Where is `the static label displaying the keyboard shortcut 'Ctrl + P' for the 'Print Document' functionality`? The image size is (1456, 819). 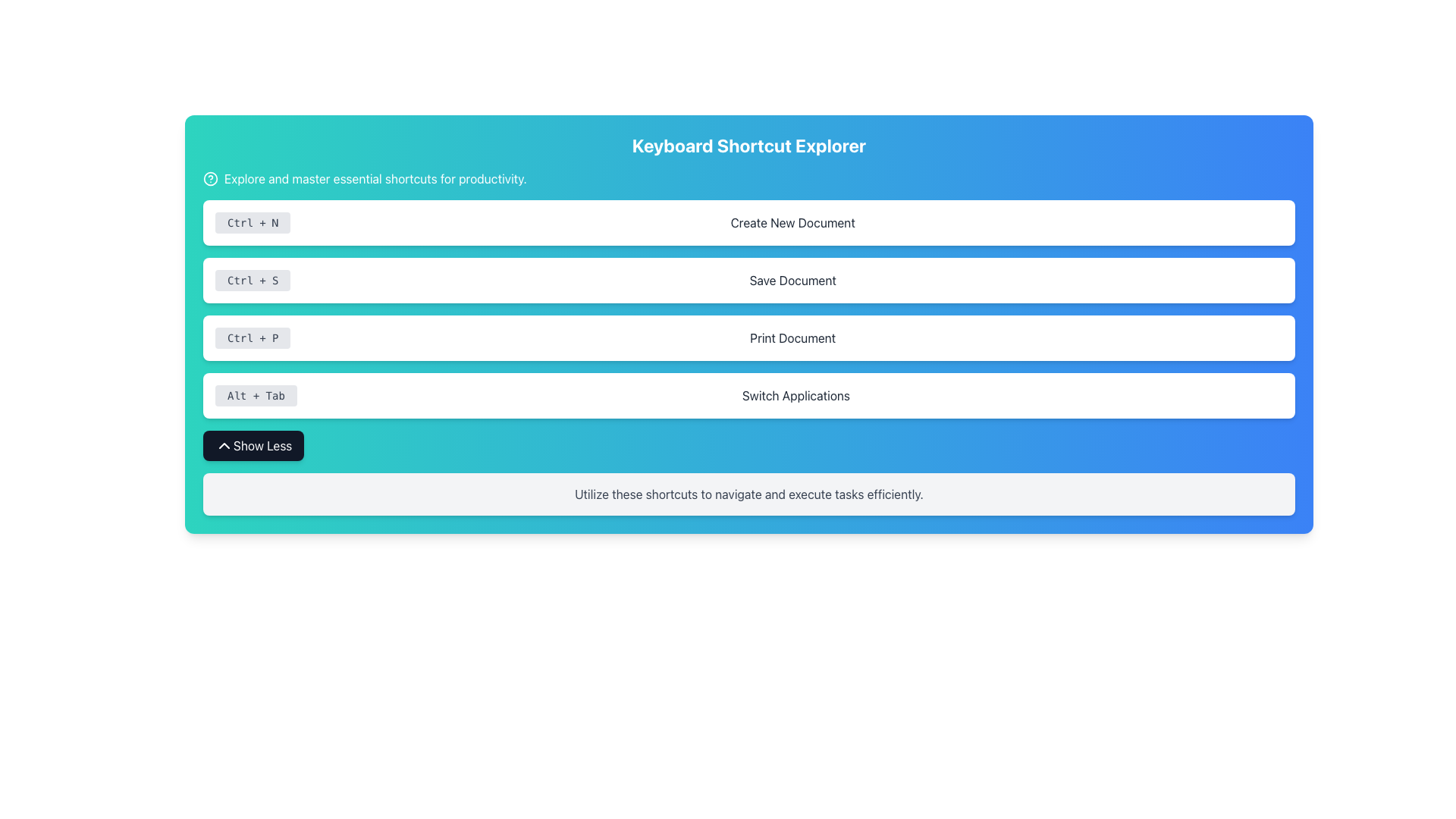 the static label displaying the keyboard shortcut 'Ctrl + P' for the 'Print Document' functionality is located at coordinates (253, 337).